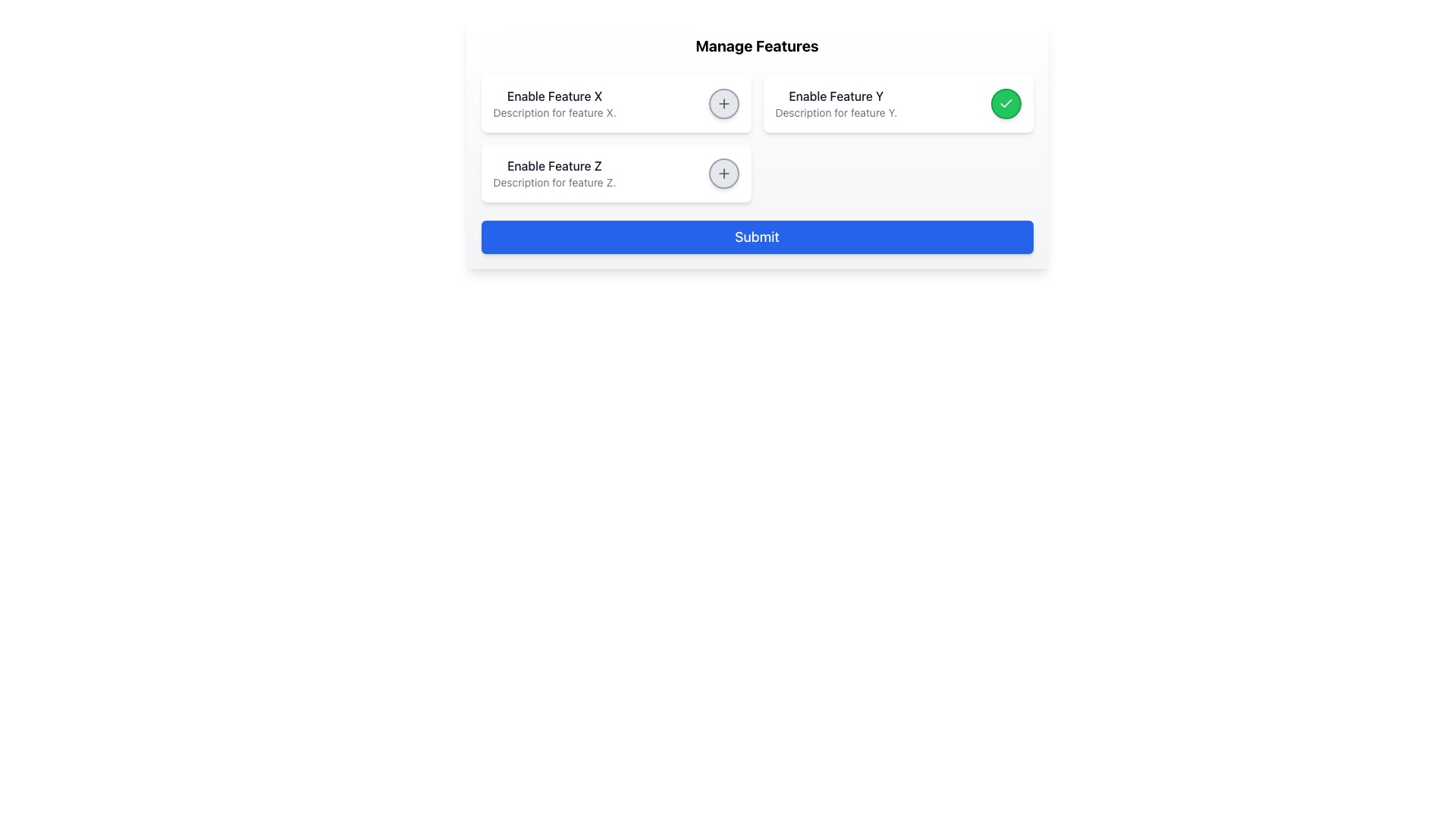 The height and width of the screenshot is (819, 1456). What do you see at coordinates (757, 45) in the screenshot?
I see `the static text element displaying the title 'Manage Features', which is prominently centered at the top of the section` at bounding box center [757, 45].